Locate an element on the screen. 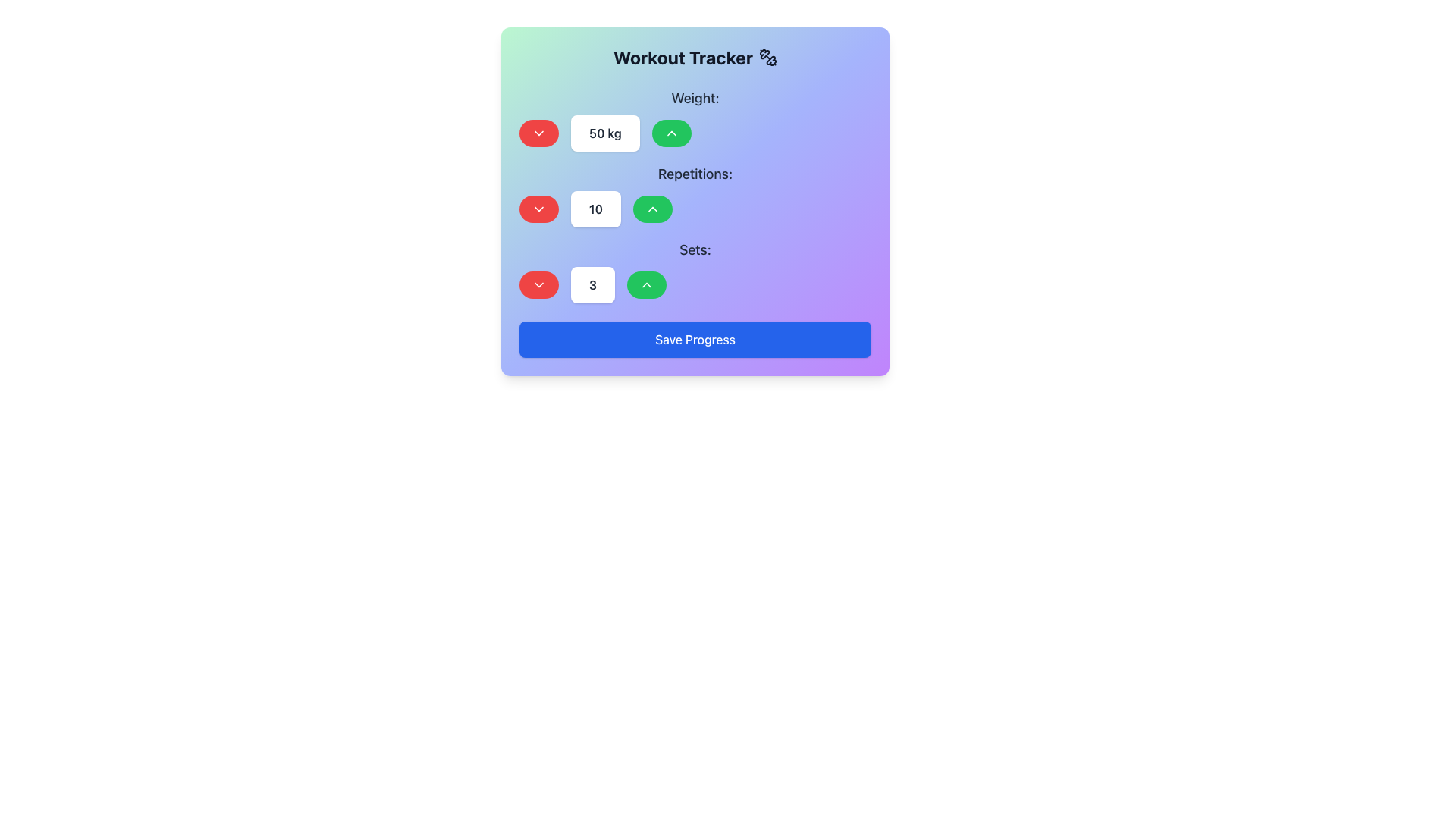  the downward pointing chevron icon styled as a red circular button located to the left of the 'Weight:' input field for visual effects is located at coordinates (538, 133).